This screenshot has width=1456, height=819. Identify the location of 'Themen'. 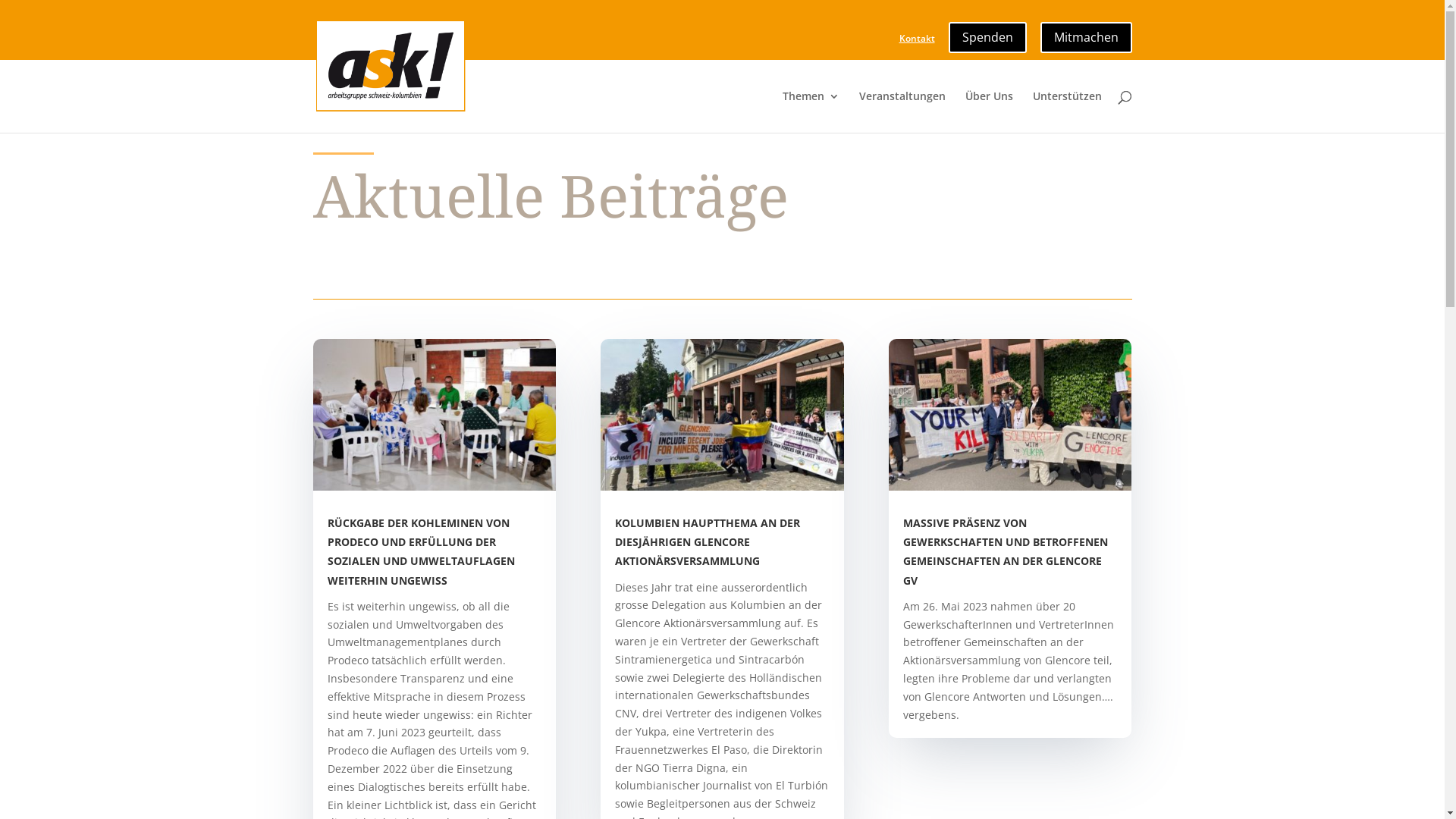
(810, 111).